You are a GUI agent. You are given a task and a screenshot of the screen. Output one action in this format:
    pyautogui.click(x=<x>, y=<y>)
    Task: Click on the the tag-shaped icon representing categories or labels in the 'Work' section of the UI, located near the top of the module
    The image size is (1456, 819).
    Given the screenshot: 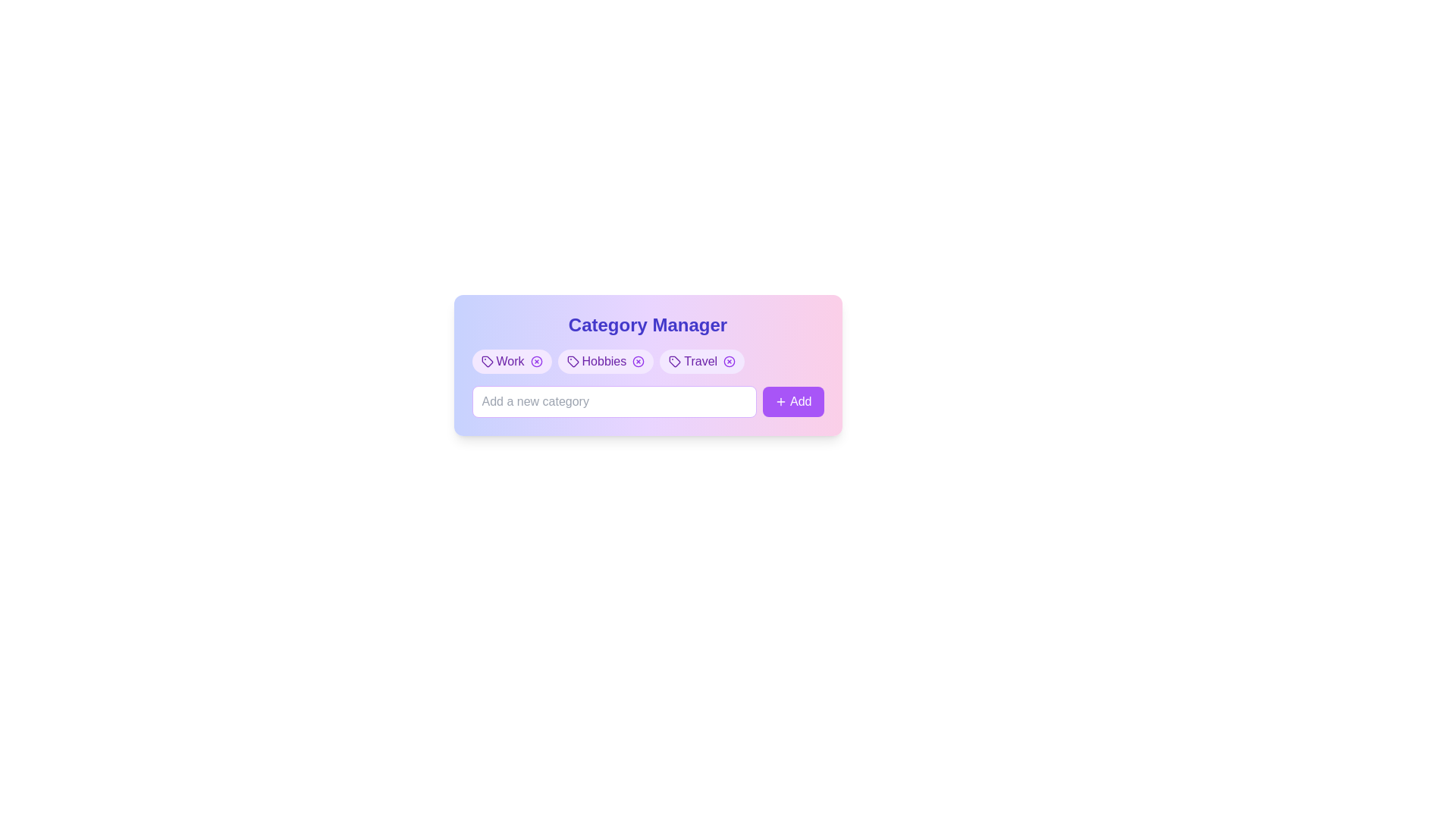 What is the action you would take?
    pyautogui.click(x=487, y=362)
    